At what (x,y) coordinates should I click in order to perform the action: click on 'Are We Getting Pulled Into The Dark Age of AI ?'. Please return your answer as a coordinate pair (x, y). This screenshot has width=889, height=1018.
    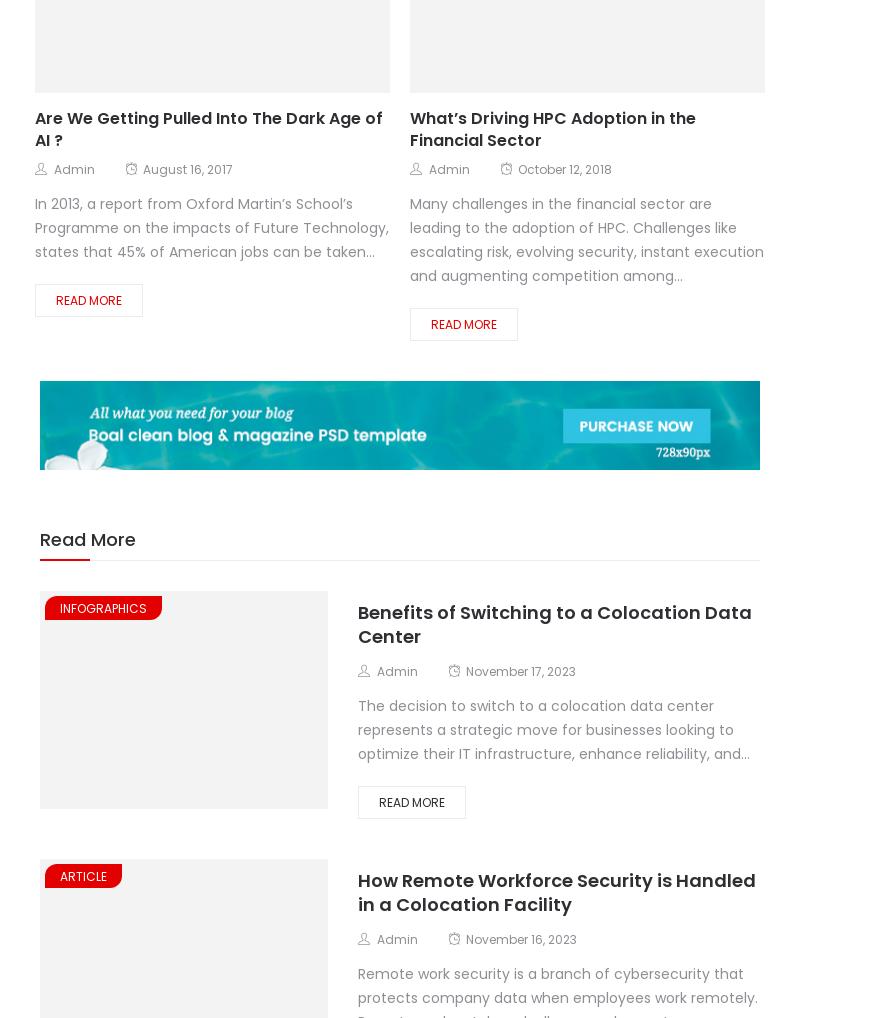
    Looking at the image, I should click on (208, 128).